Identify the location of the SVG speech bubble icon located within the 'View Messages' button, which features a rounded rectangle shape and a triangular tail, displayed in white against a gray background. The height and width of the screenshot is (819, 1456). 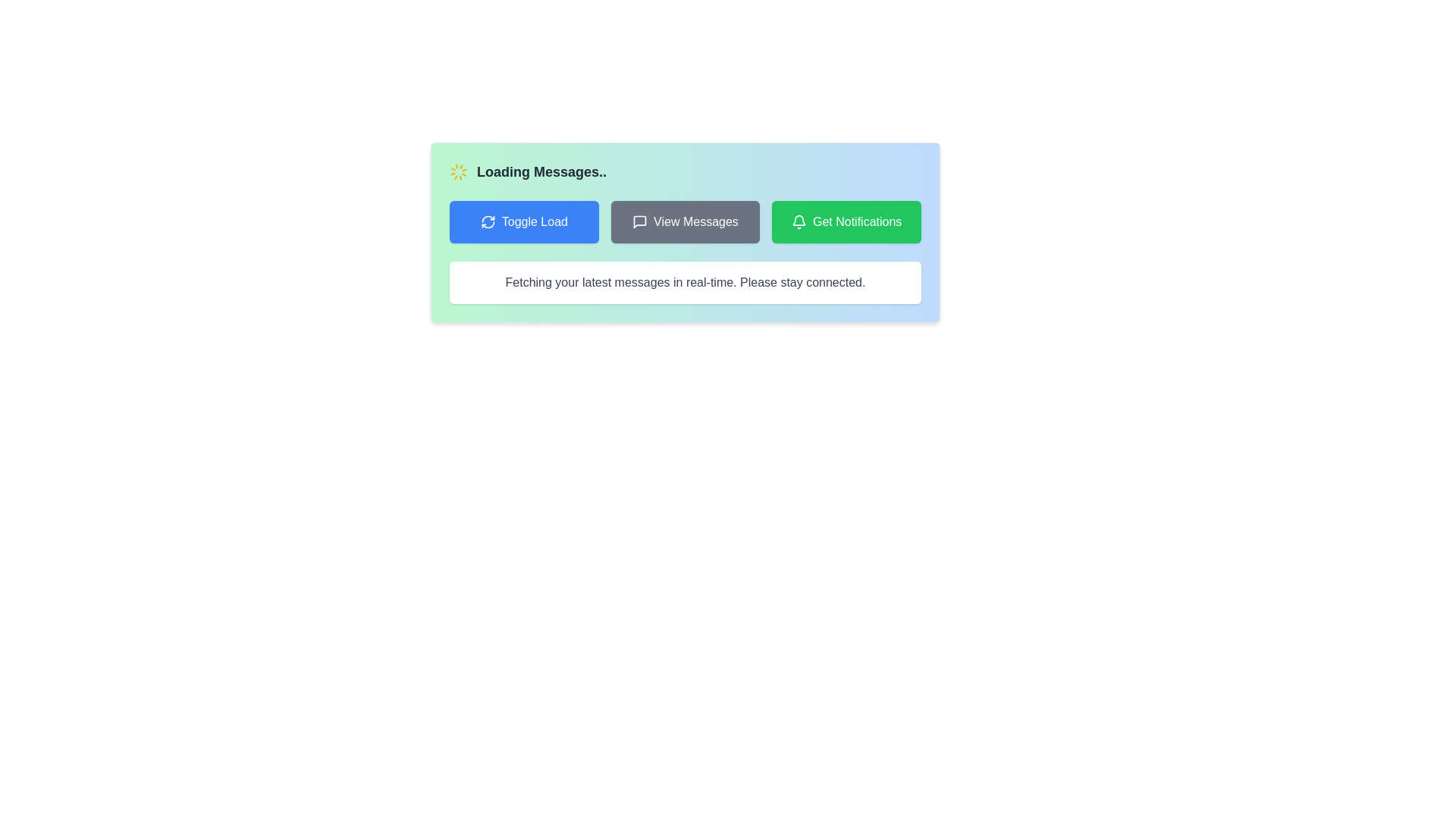
(640, 222).